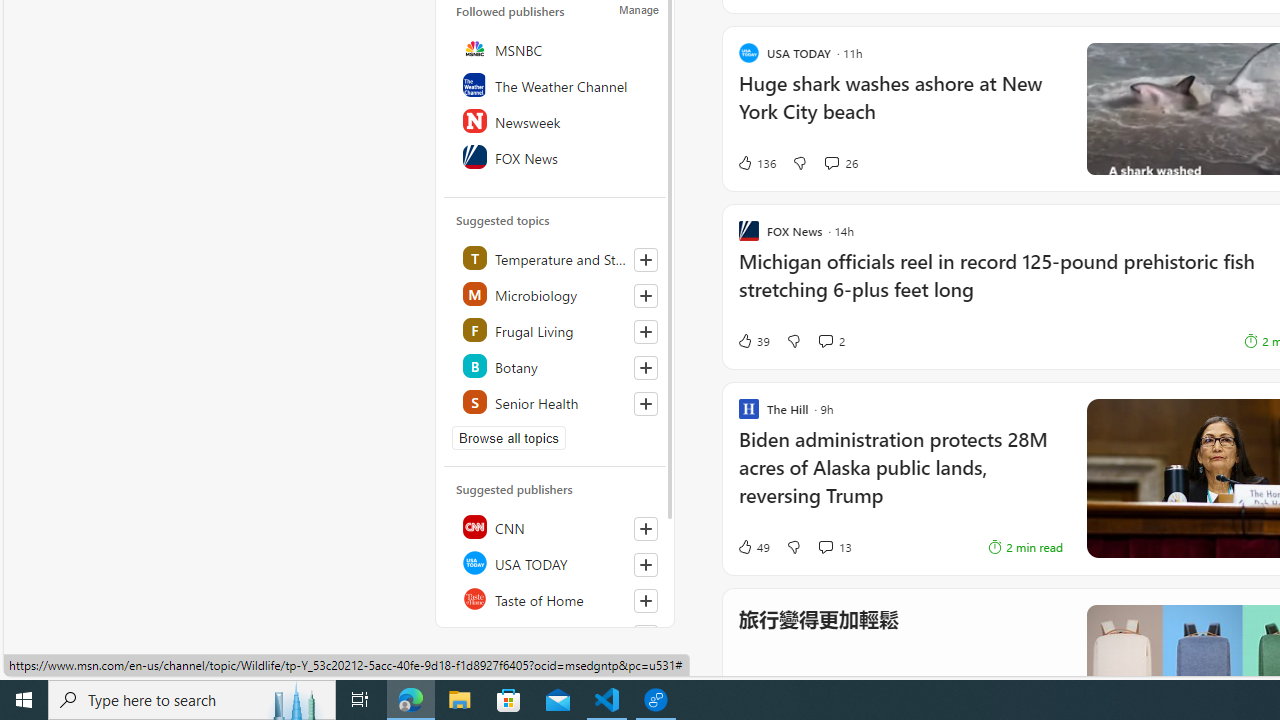 This screenshot has height=720, width=1280. I want to click on '136 Like', so click(754, 162).